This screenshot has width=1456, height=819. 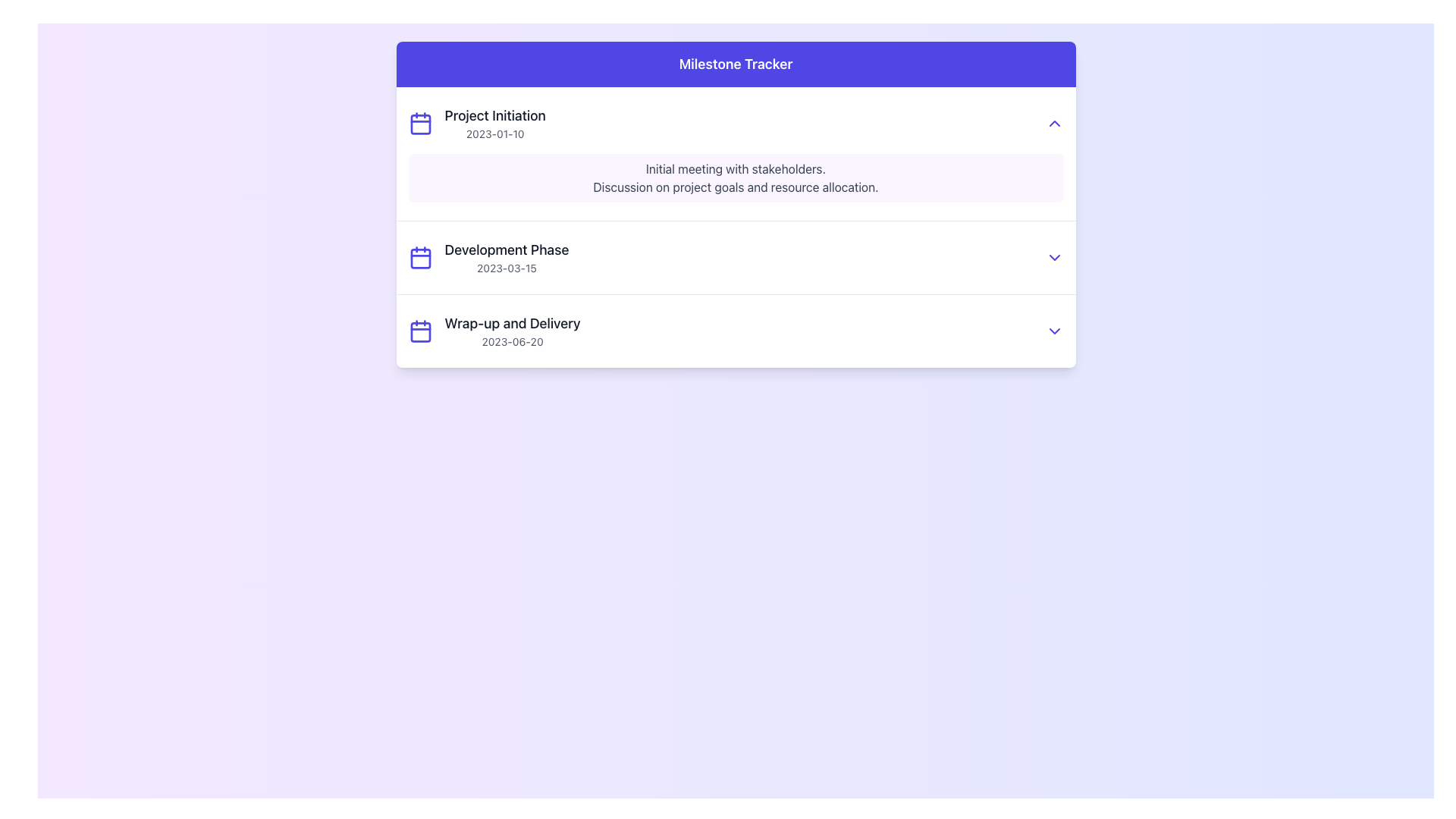 What do you see at coordinates (420, 256) in the screenshot?
I see `calendar icon representing the milestone date for 'Development Phase' to view its styling details` at bounding box center [420, 256].